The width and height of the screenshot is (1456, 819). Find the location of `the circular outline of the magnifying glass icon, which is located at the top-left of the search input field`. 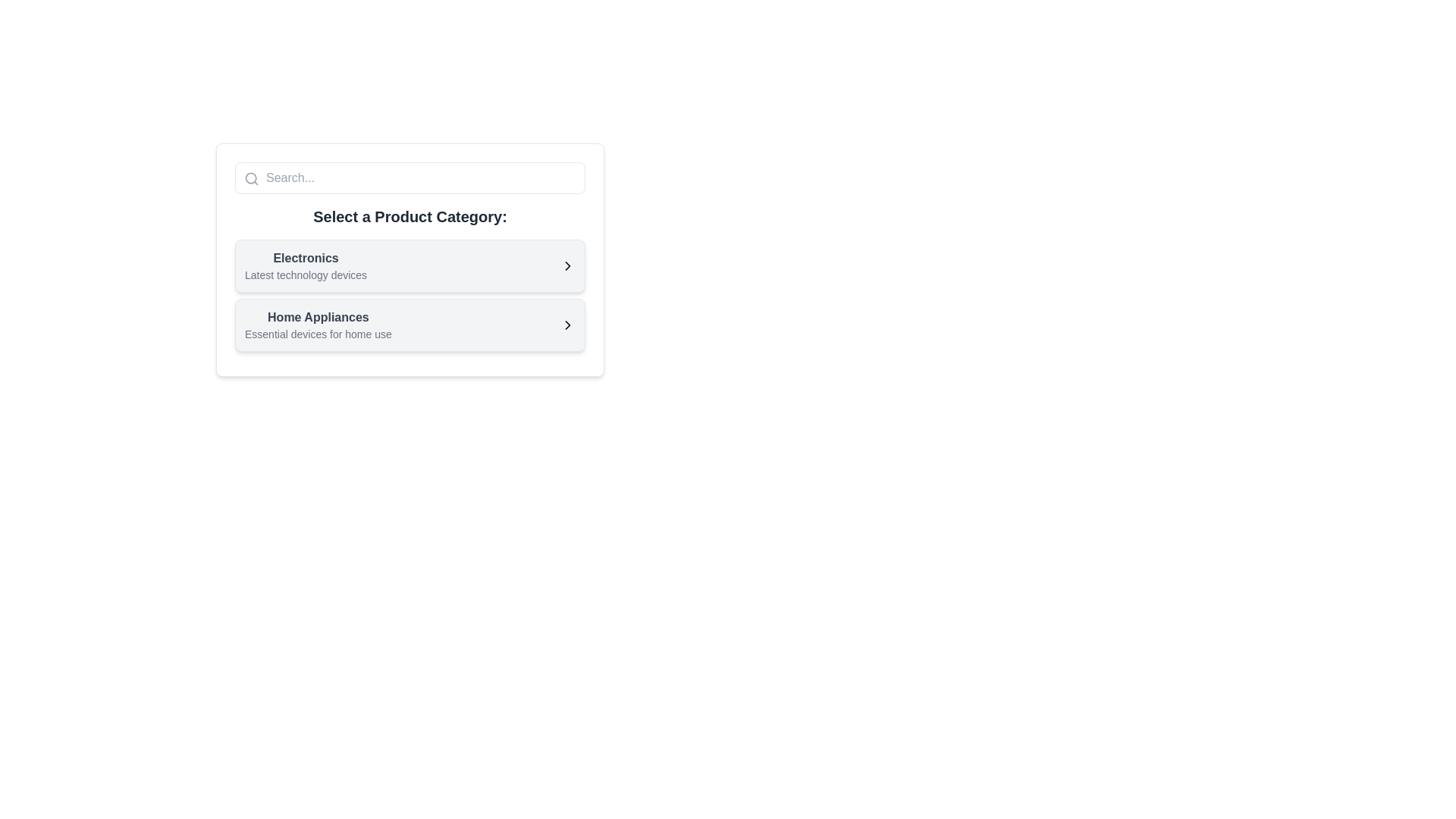

the circular outline of the magnifying glass icon, which is located at the top-left of the search input field is located at coordinates (251, 177).